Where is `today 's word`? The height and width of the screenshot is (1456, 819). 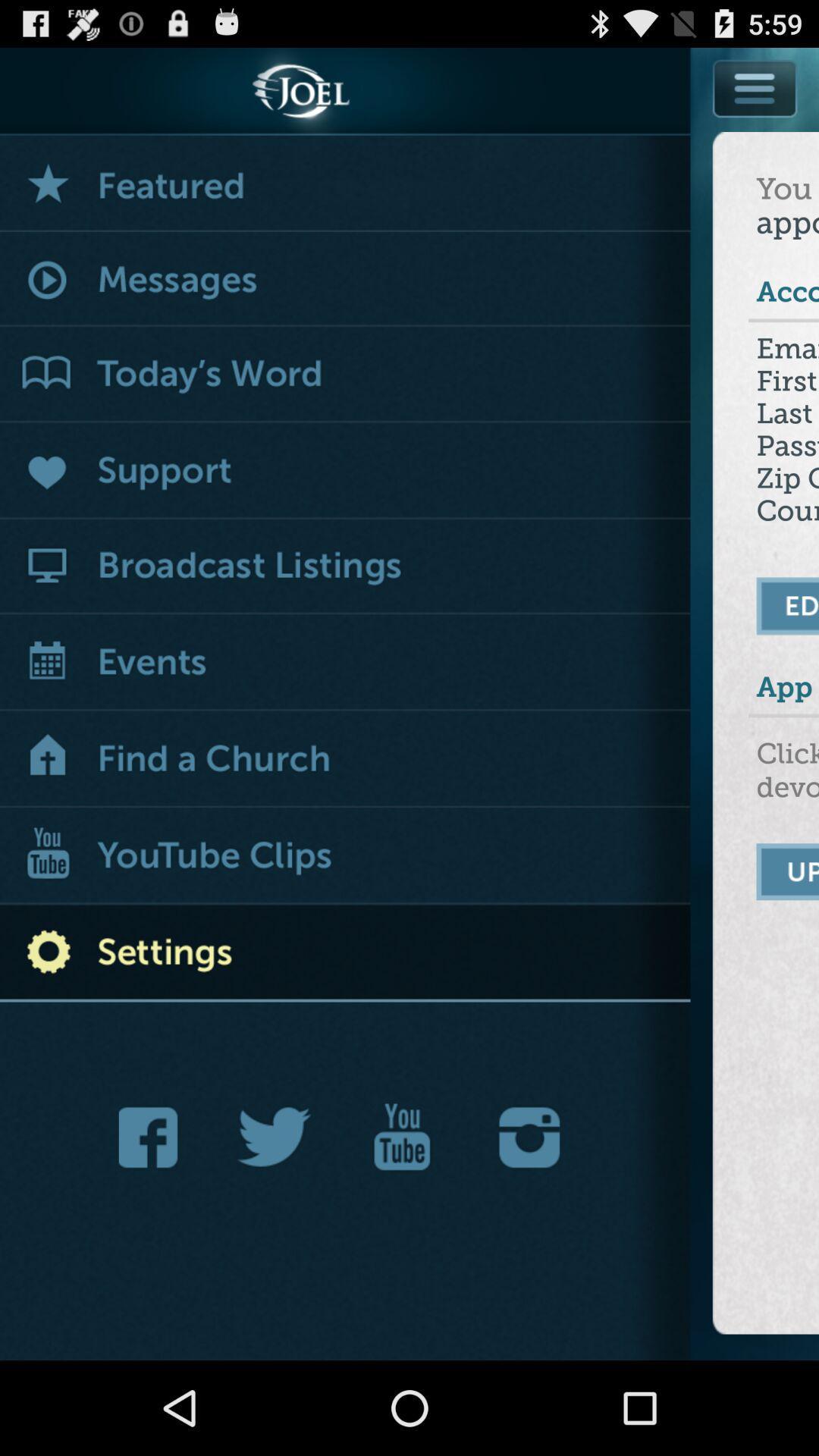 today 's word is located at coordinates (345, 375).